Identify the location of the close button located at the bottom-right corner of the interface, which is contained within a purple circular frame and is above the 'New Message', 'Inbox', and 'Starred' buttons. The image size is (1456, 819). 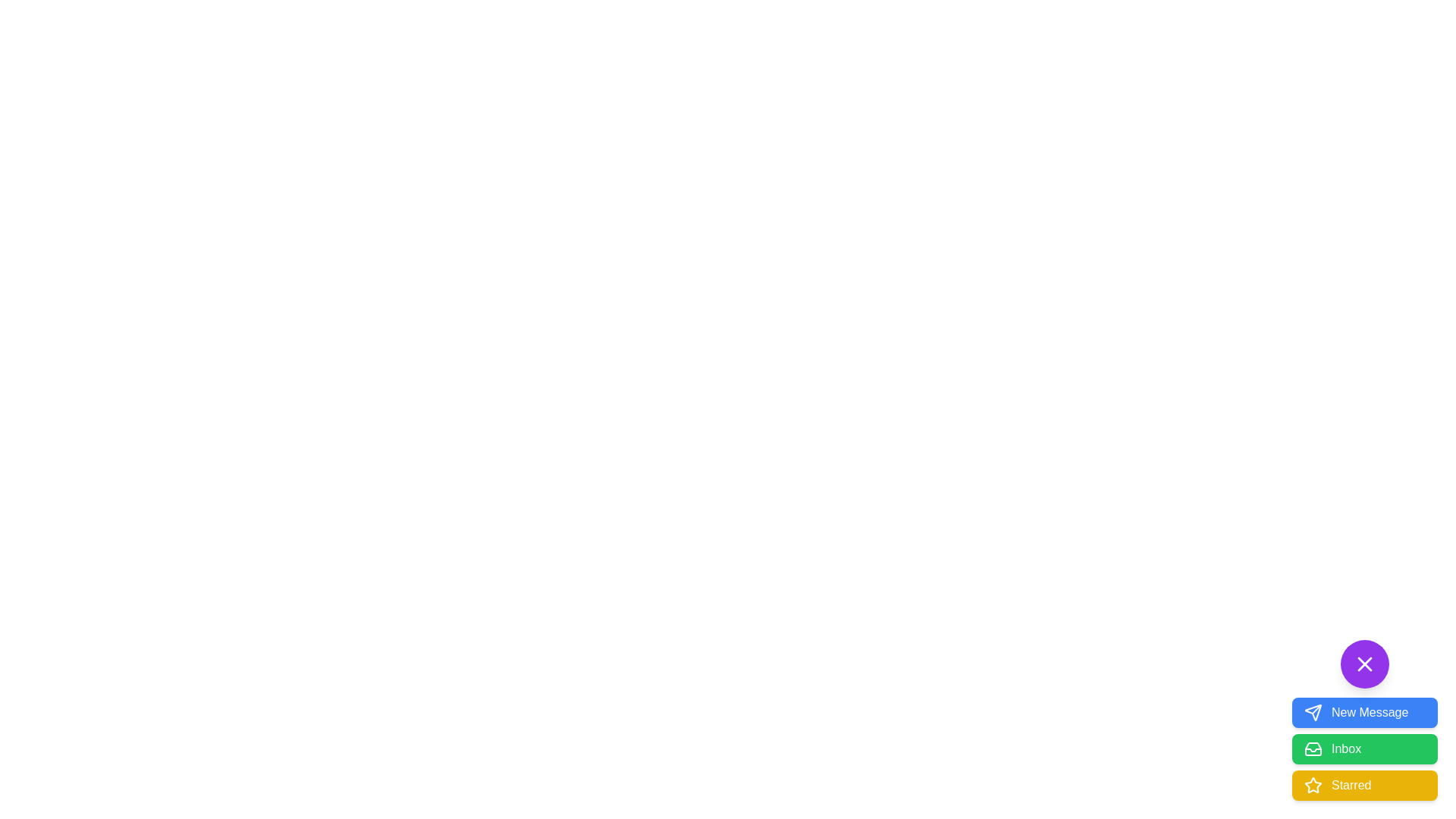
(1365, 663).